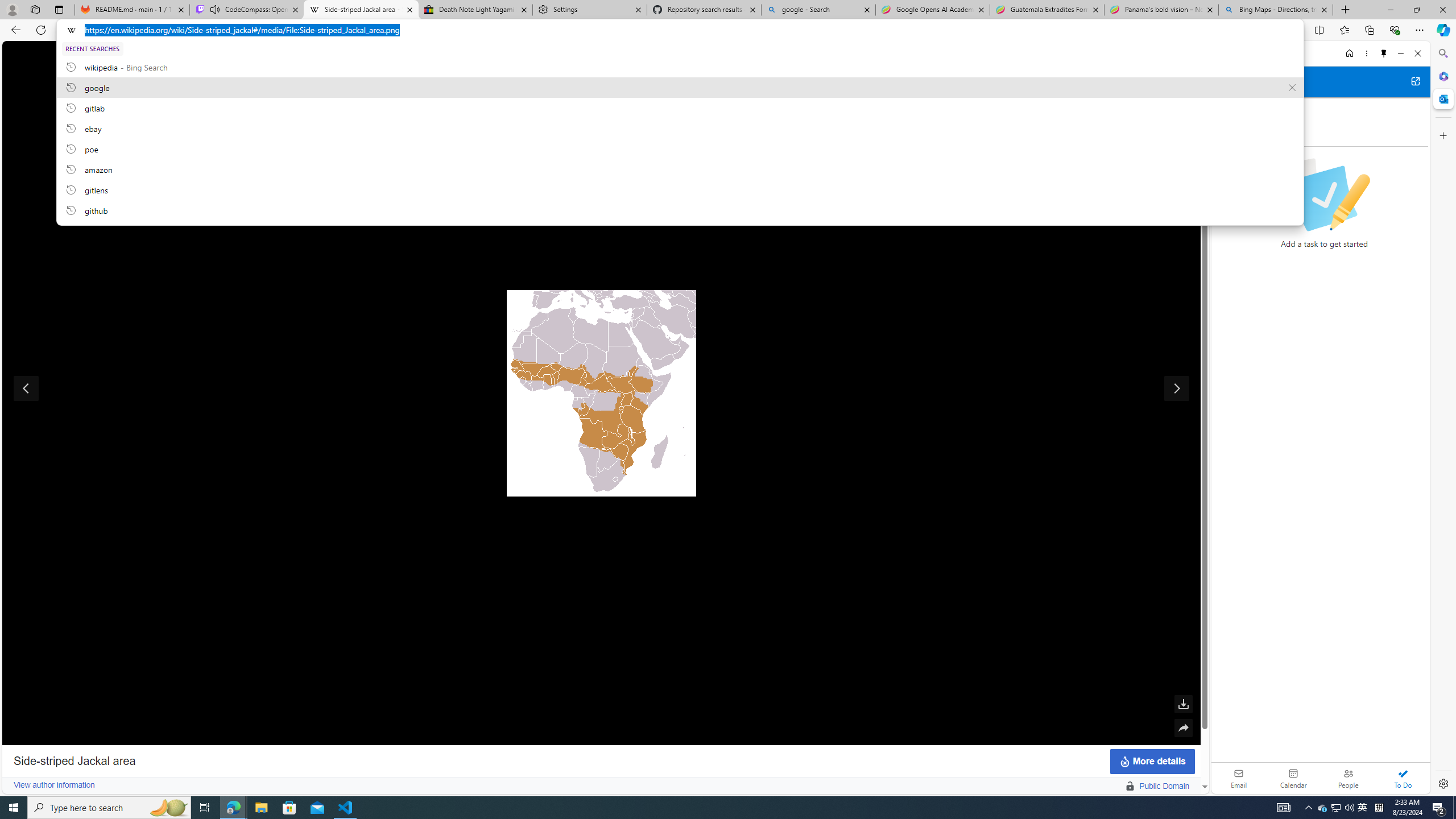  I want to click on 'Show previous image', so click(26, 388).